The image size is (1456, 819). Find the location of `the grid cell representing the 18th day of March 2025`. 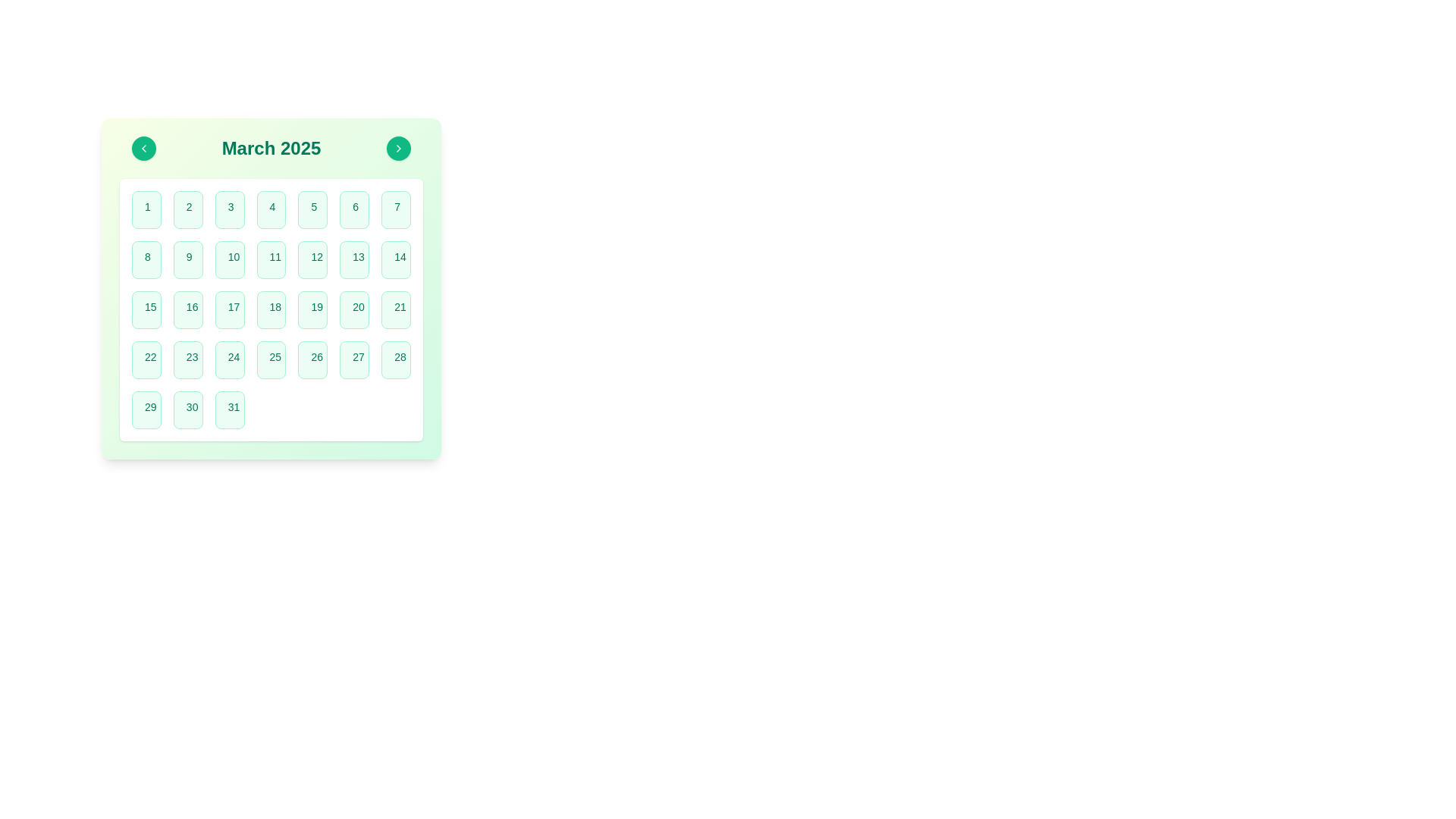

the grid cell representing the 18th day of March 2025 is located at coordinates (271, 309).